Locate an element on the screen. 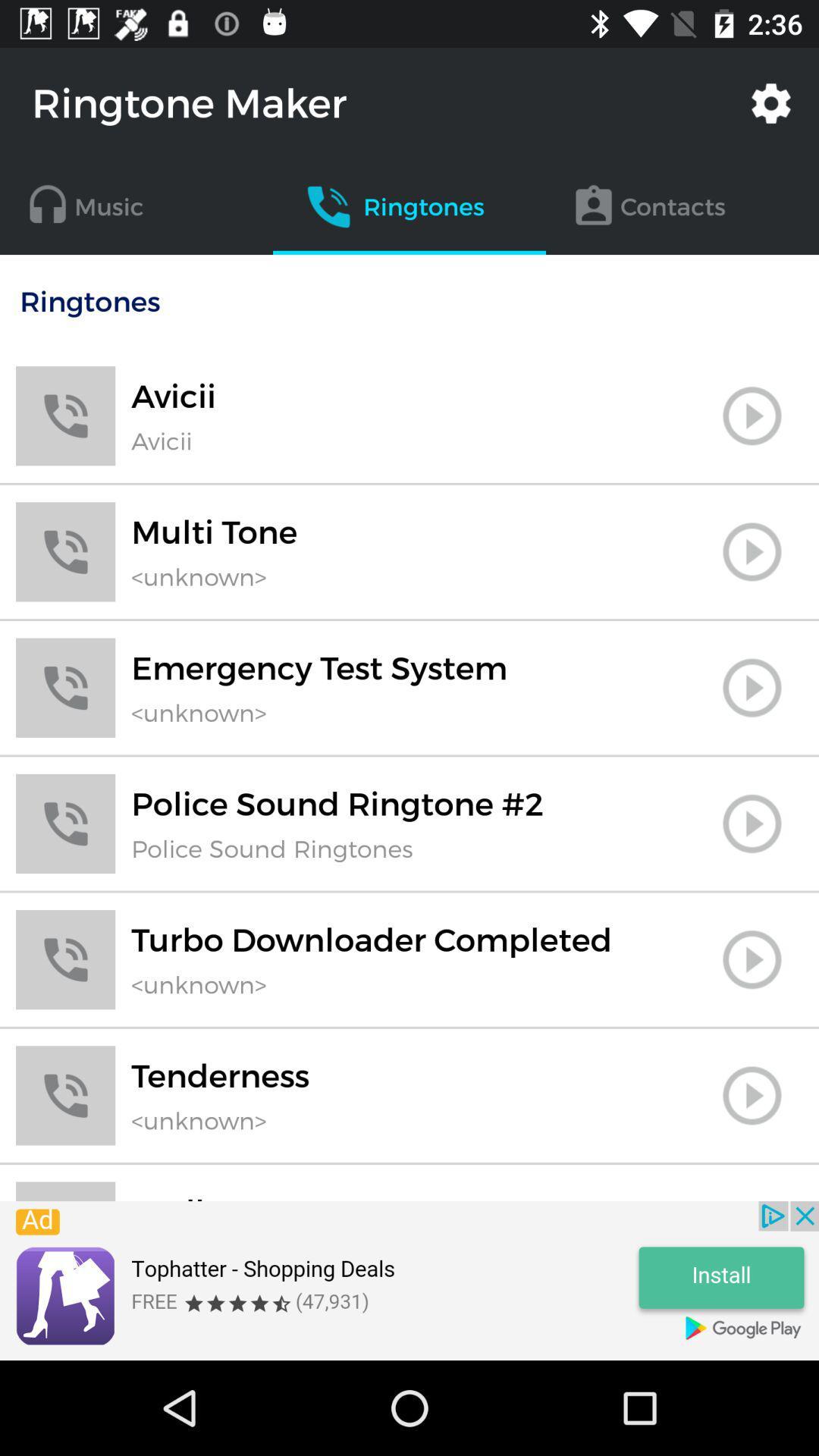 This screenshot has width=819, height=1456. music is located at coordinates (752, 551).